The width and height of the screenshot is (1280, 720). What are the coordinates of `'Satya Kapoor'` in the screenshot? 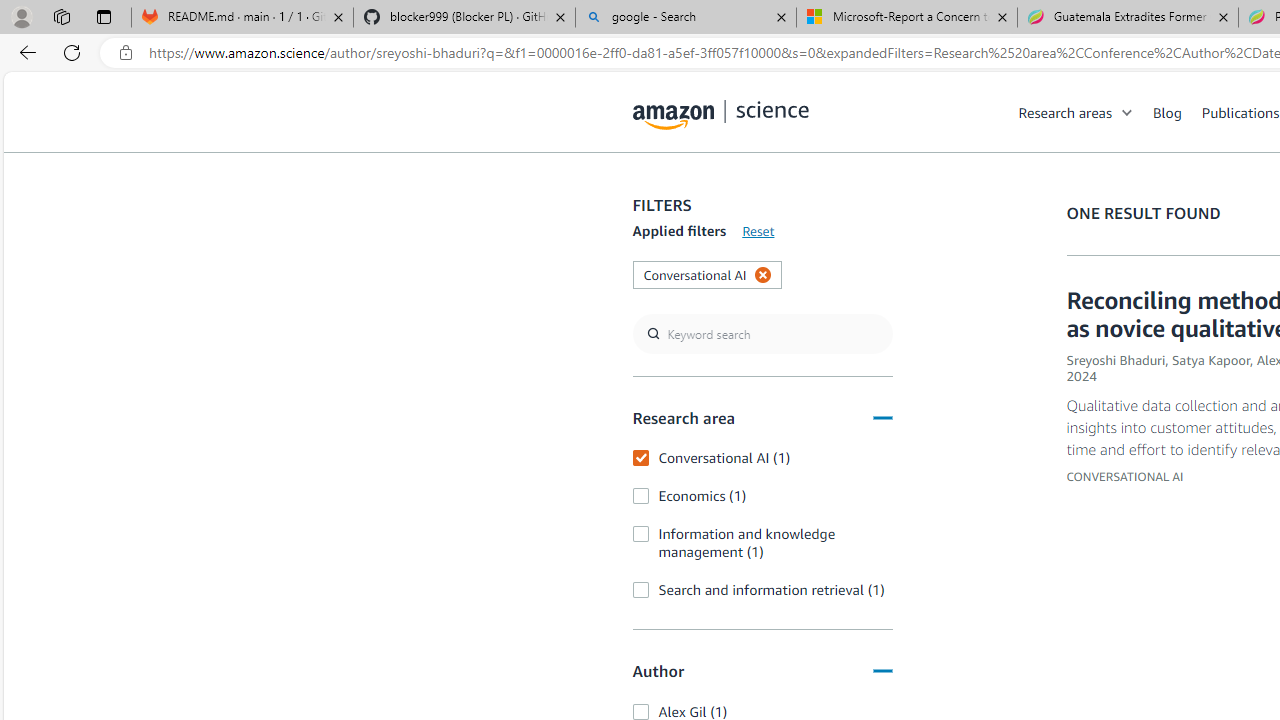 It's located at (1209, 360).